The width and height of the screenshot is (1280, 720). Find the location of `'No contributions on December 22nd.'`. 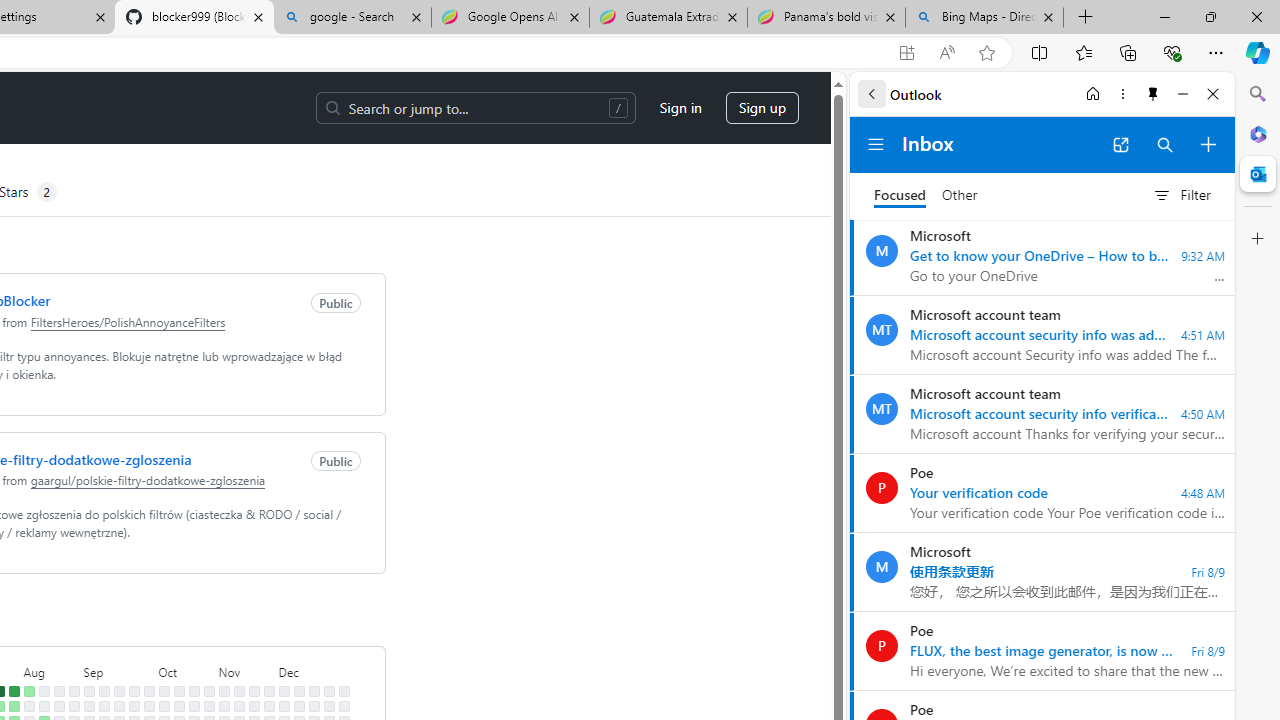

'No contributions on December 22nd.' is located at coordinates (328, 690).